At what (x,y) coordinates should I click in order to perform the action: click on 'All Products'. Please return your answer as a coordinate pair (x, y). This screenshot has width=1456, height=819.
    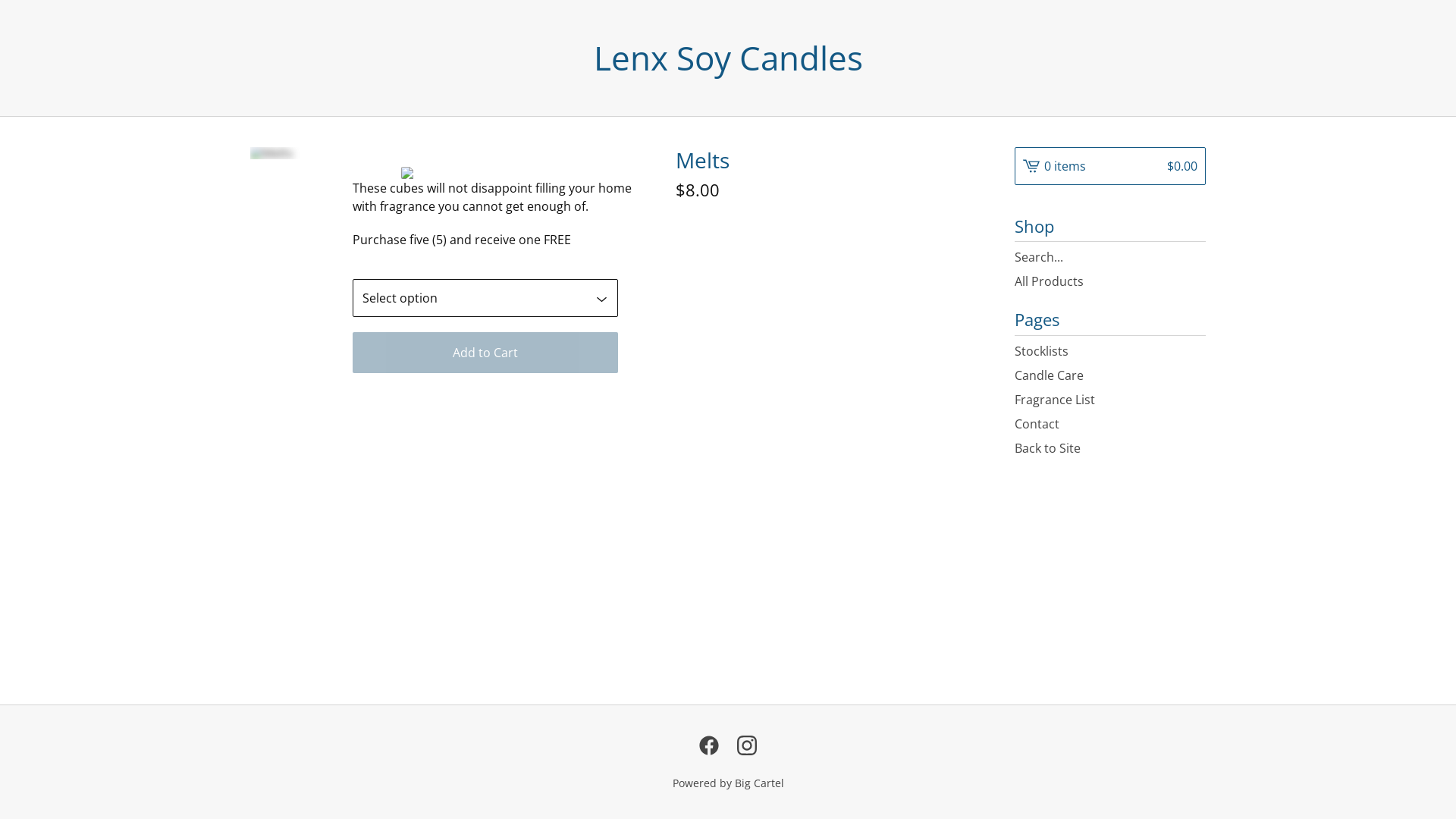
    Looking at the image, I should click on (1015, 281).